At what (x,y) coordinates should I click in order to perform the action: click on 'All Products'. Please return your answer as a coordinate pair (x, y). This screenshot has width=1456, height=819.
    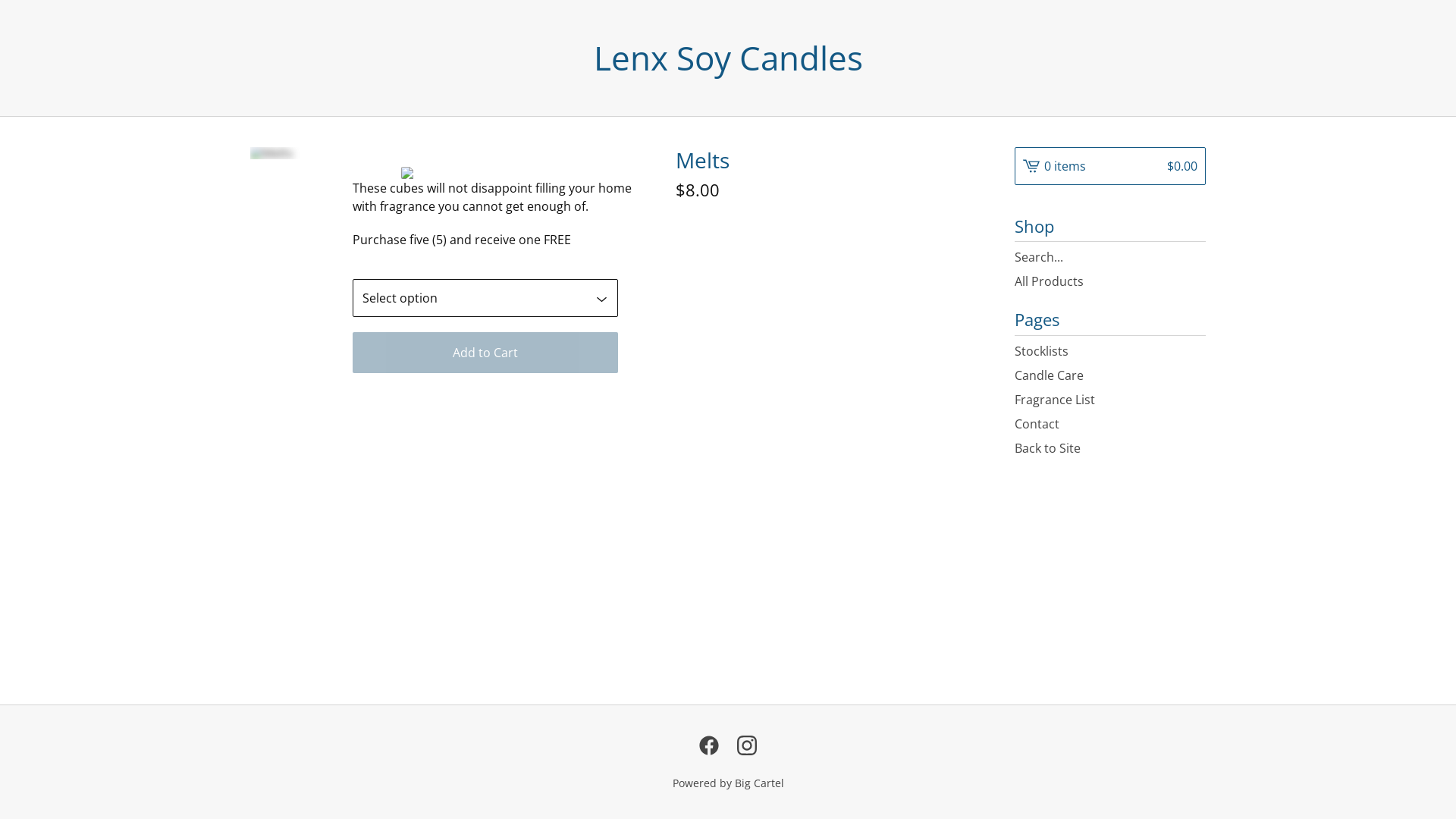
    Looking at the image, I should click on (1015, 281).